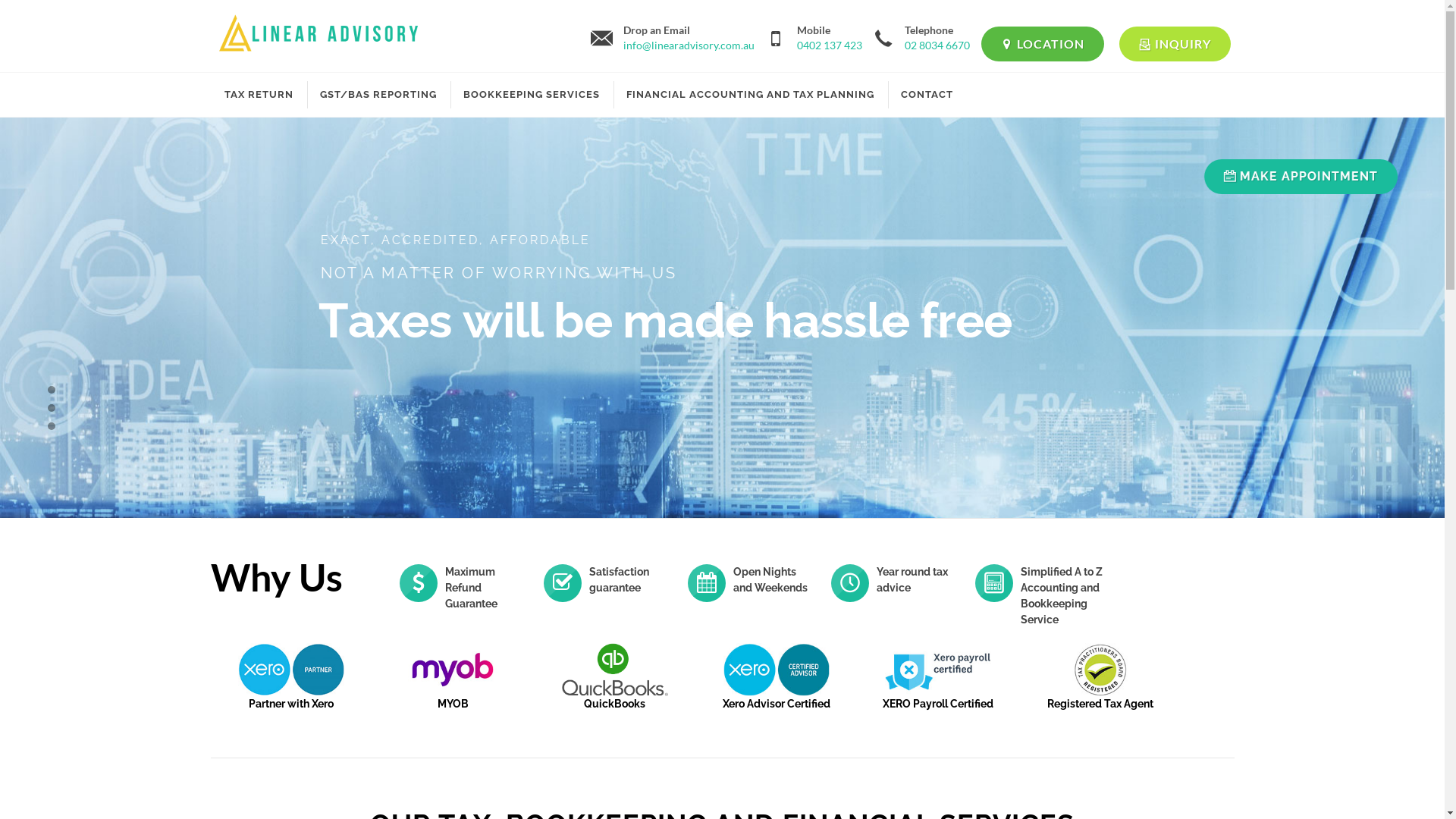  What do you see at coordinates (1300, 175) in the screenshot?
I see `'MAKE APPOINTMENT'` at bounding box center [1300, 175].